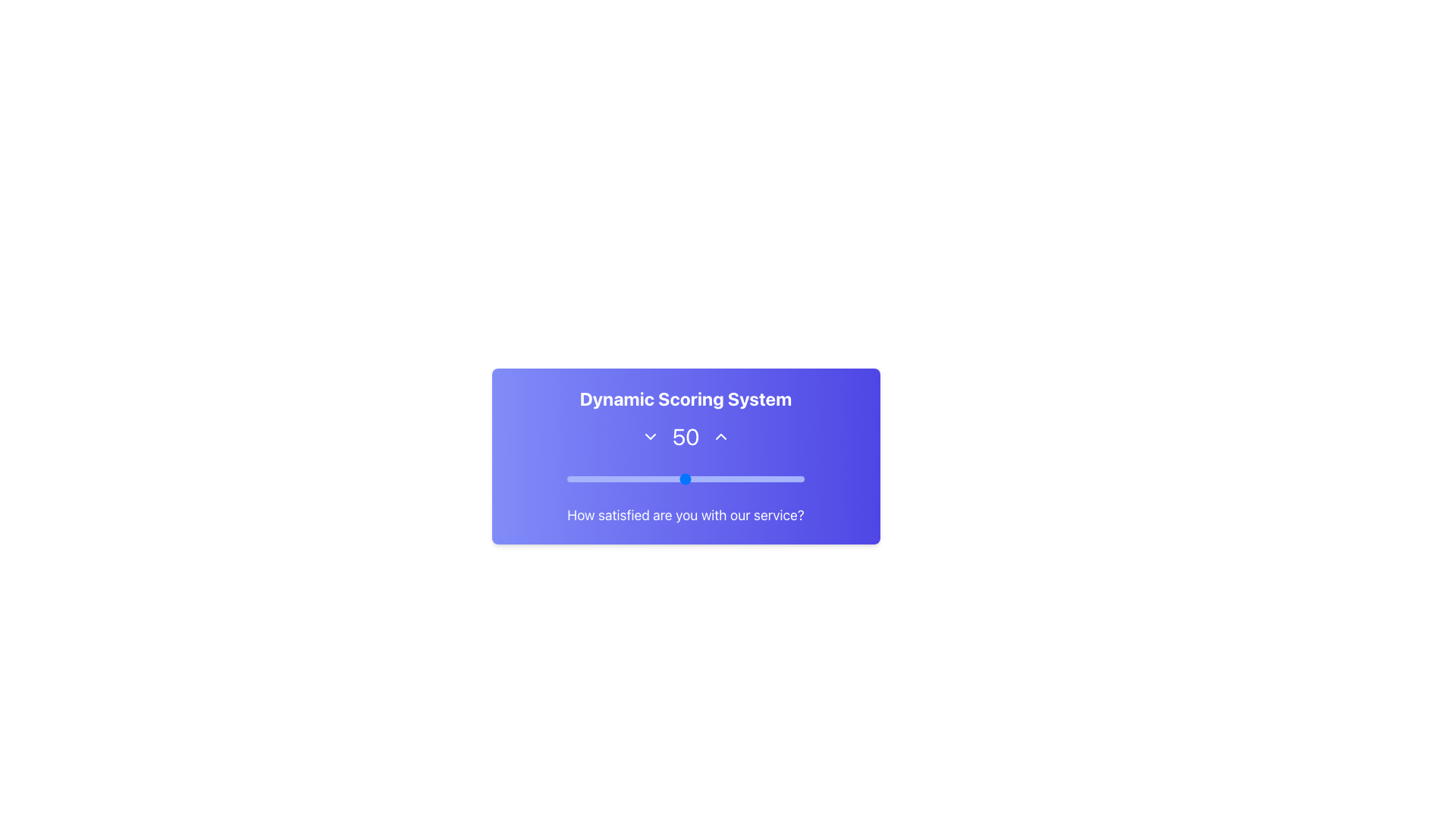 The height and width of the screenshot is (819, 1456). What do you see at coordinates (685, 436) in the screenshot?
I see `the prominent text display showing '50' with white font on a blue background, centrally located within the scoring interface` at bounding box center [685, 436].